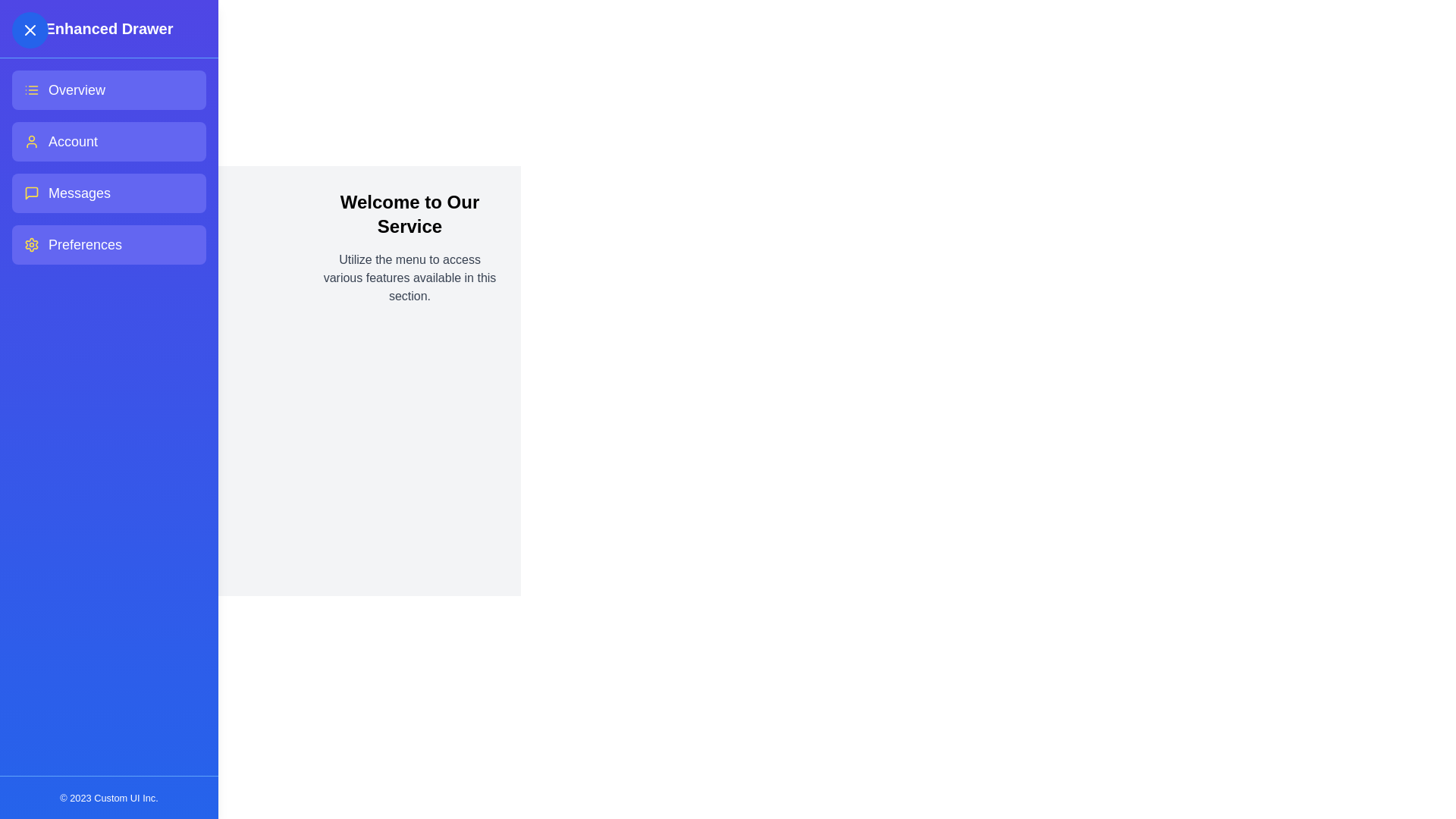 The width and height of the screenshot is (1456, 819). What do you see at coordinates (108, 192) in the screenshot?
I see `the 'Messages' button with a purple background and yellow message bubble icon for accessibility interactions` at bounding box center [108, 192].